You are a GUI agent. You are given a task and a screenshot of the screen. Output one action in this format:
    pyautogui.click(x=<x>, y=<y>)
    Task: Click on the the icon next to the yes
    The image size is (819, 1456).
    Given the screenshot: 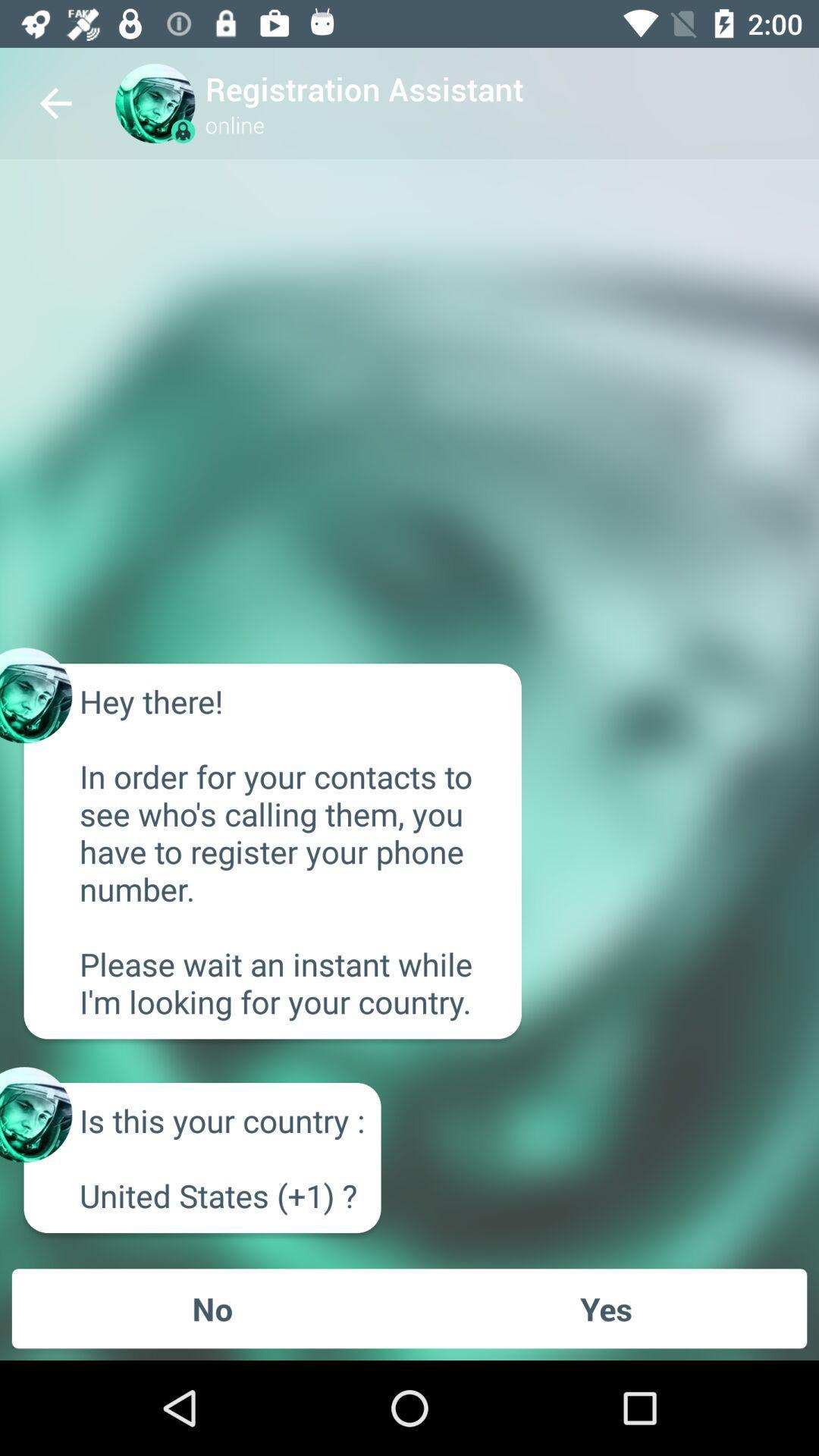 What is the action you would take?
    pyautogui.click(x=212, y=1307)
    